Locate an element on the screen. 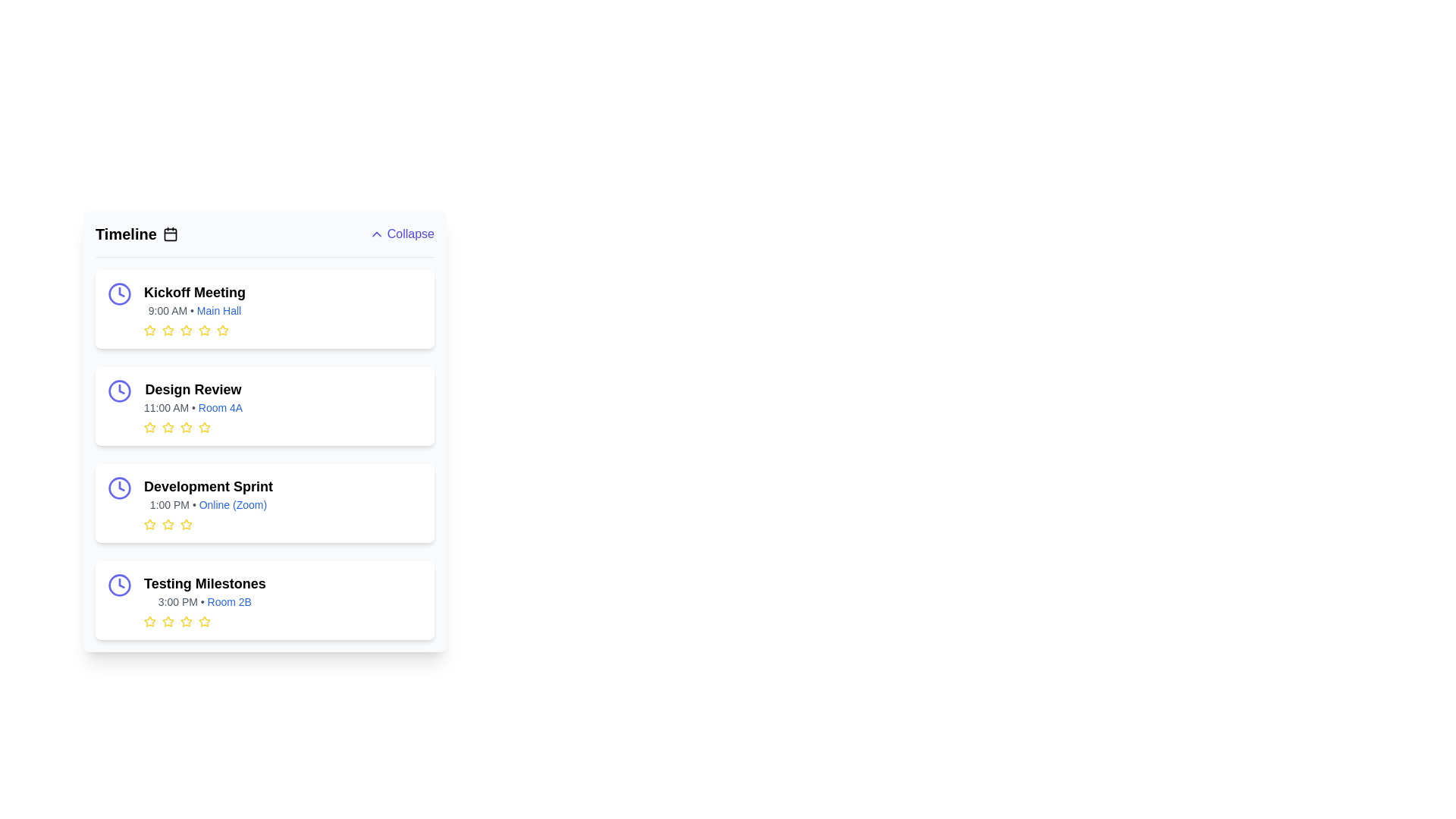 This screenshot has height=819, width=1456. the second star icon in the star rating system below the 'Kickoff Meeting' section in the 'Timeline' interface is located at coordinates (203, 329).